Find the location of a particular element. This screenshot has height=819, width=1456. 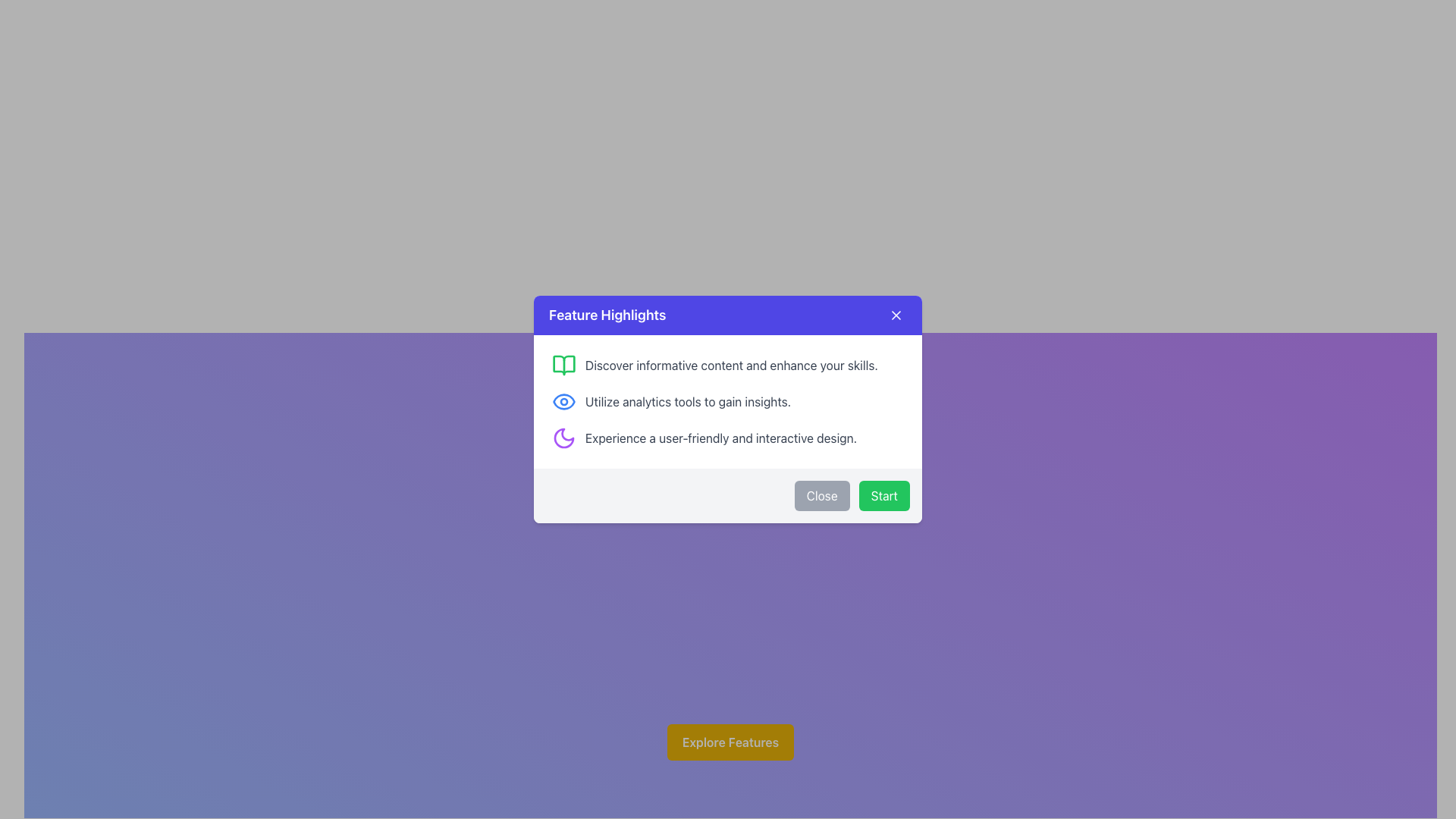

the purple crescent moon-shaped icon located at the bottom of the list is located at coordinates (563, 438).